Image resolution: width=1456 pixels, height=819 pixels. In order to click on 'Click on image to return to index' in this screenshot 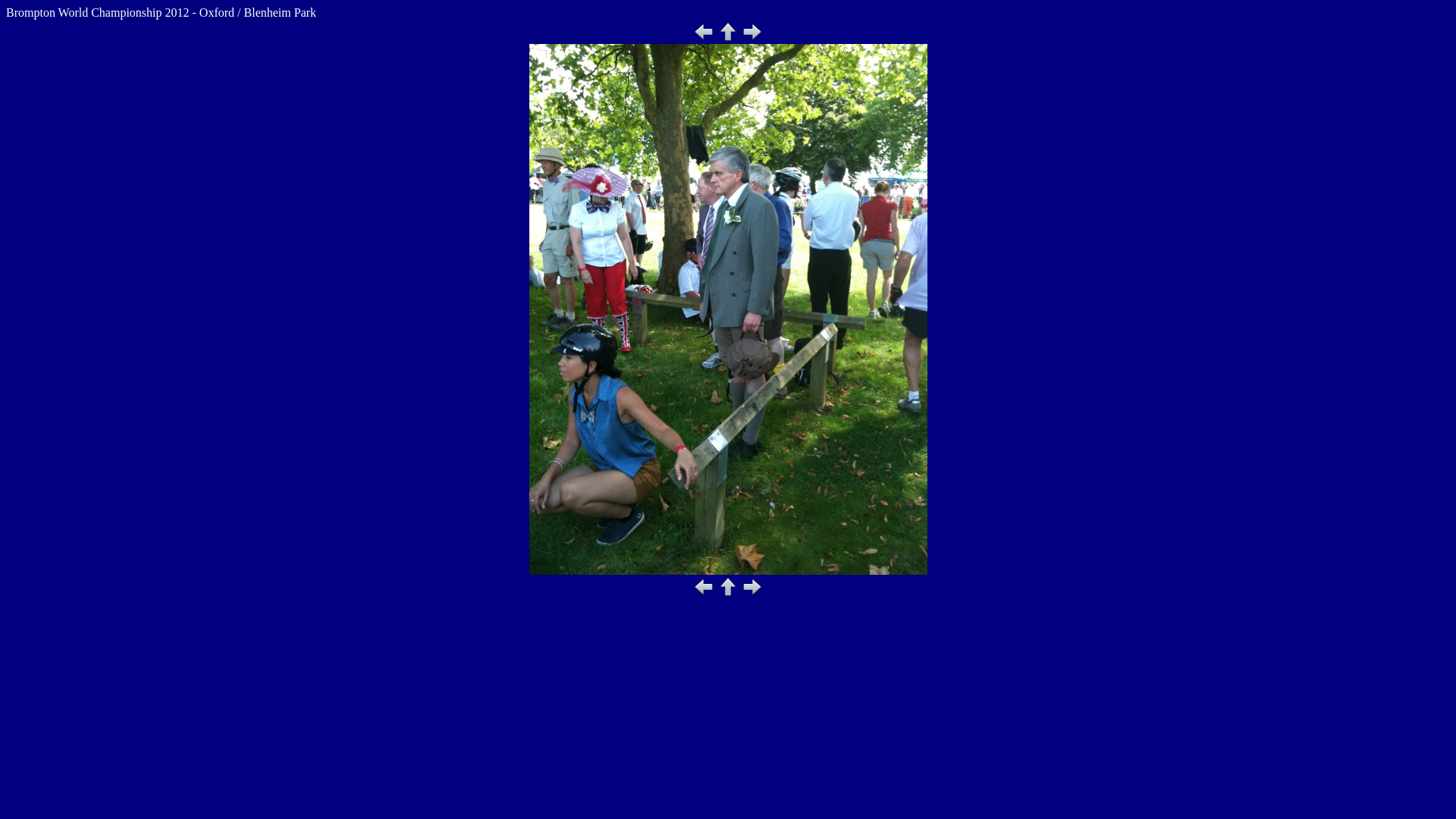, I will do `click(728, 309)`.